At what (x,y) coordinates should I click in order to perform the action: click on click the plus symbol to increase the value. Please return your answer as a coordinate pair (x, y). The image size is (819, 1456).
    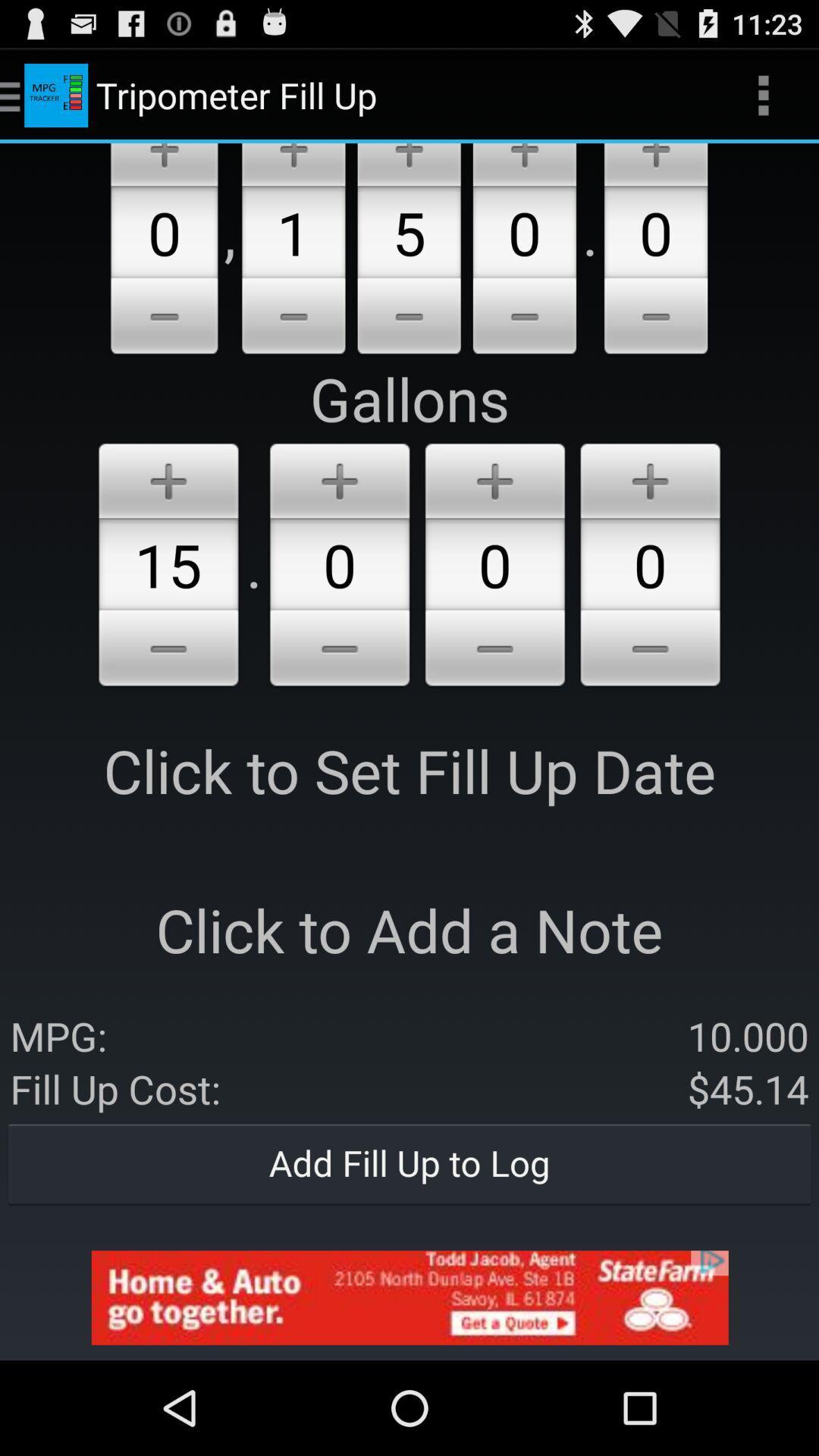
    Looking at the image, I should click on (339, 477).